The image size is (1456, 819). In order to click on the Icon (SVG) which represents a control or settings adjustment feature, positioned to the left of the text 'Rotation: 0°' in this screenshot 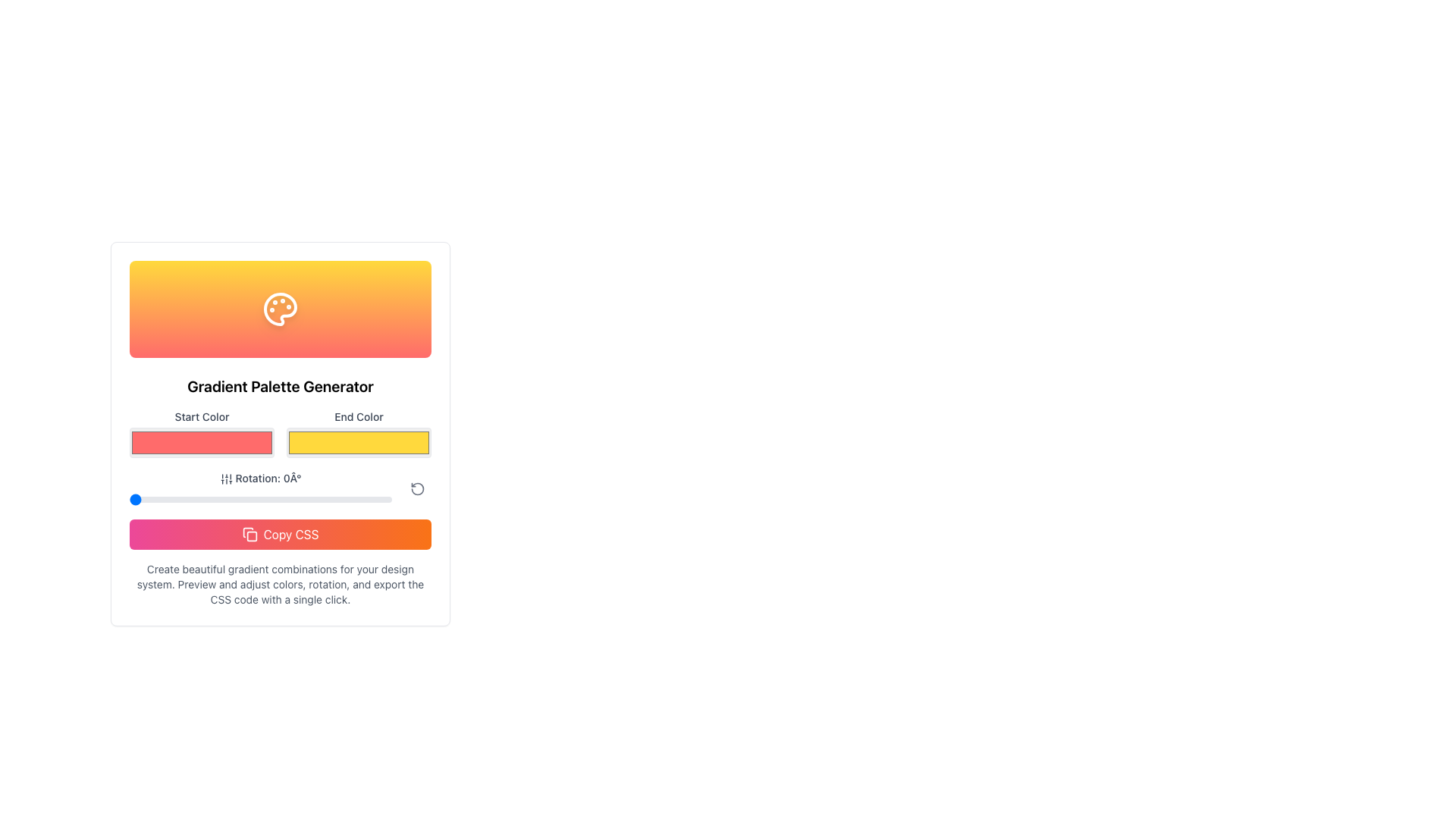, I will do `click(225, 479)`.